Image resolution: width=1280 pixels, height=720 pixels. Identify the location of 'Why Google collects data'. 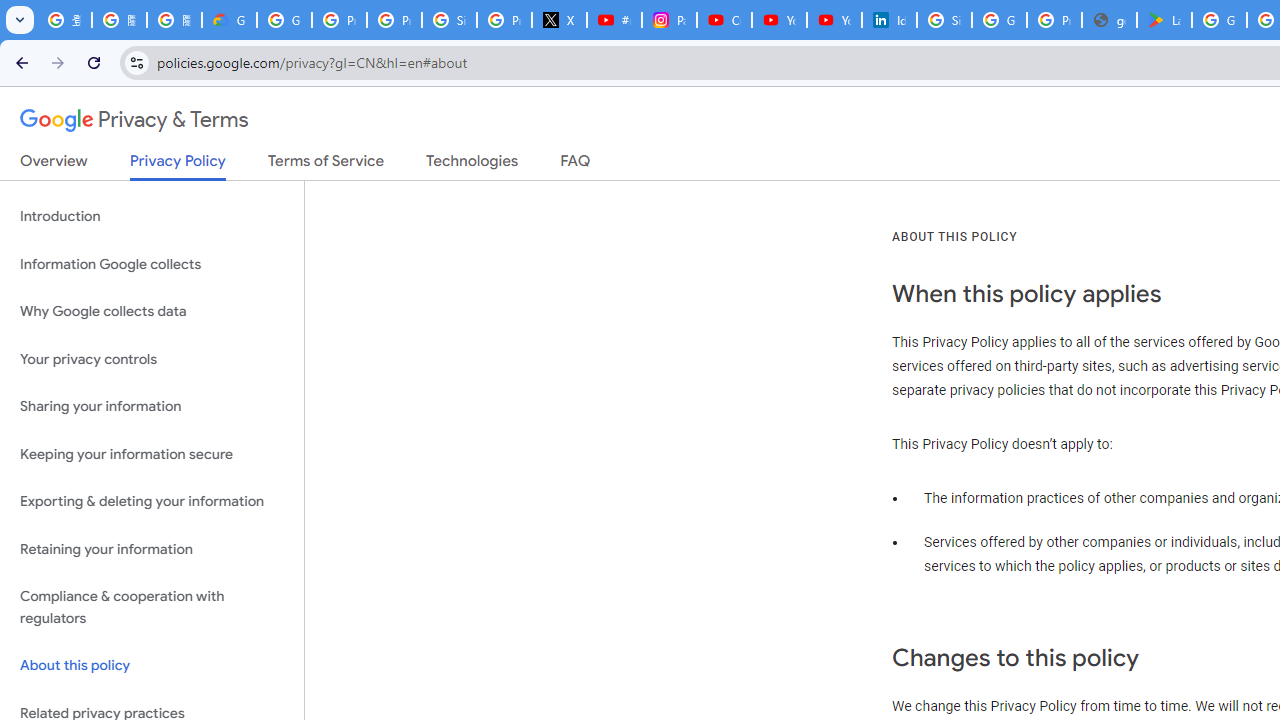
(151, 312).